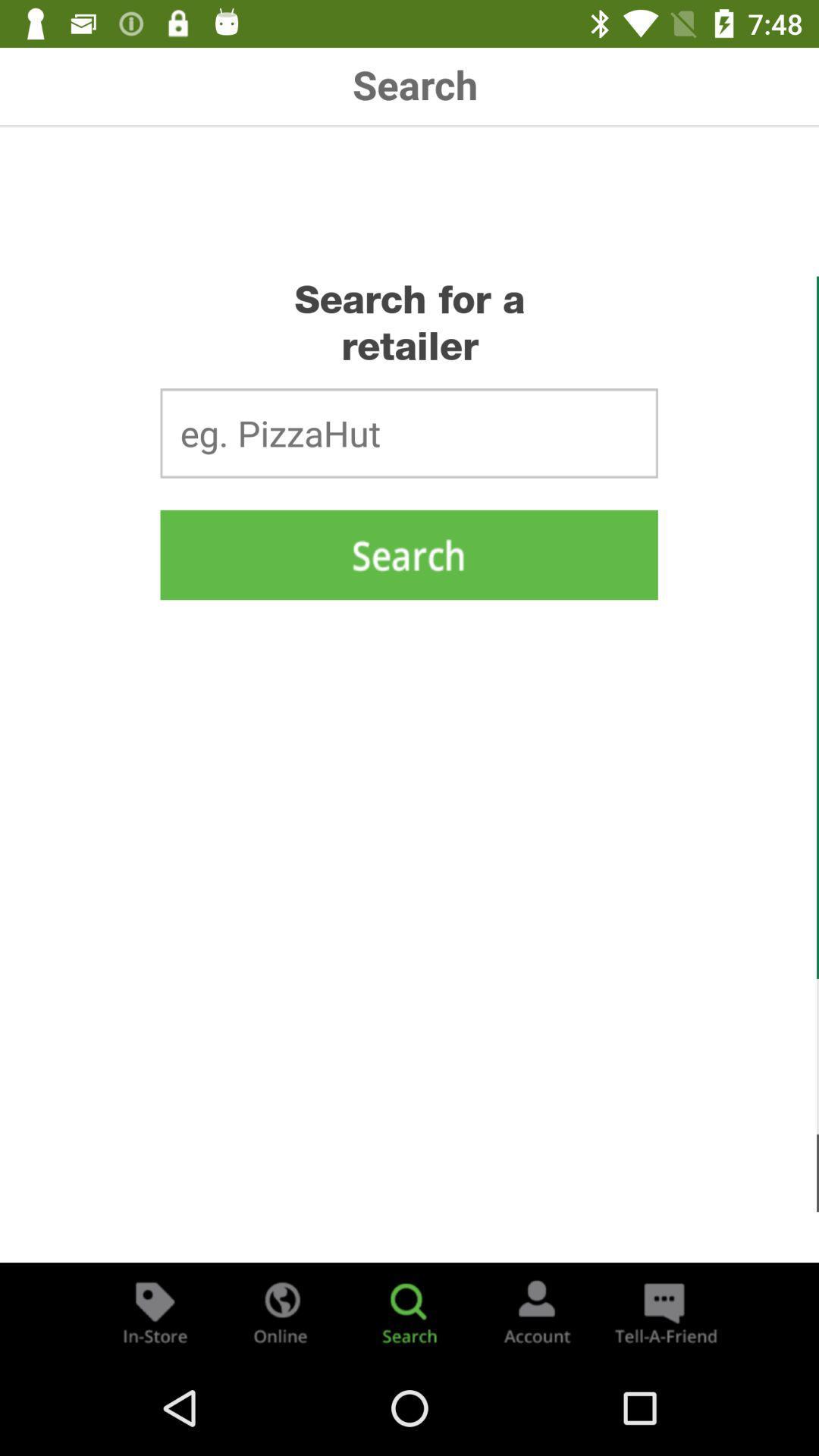  I want to click on account page, so click(536, 1310).